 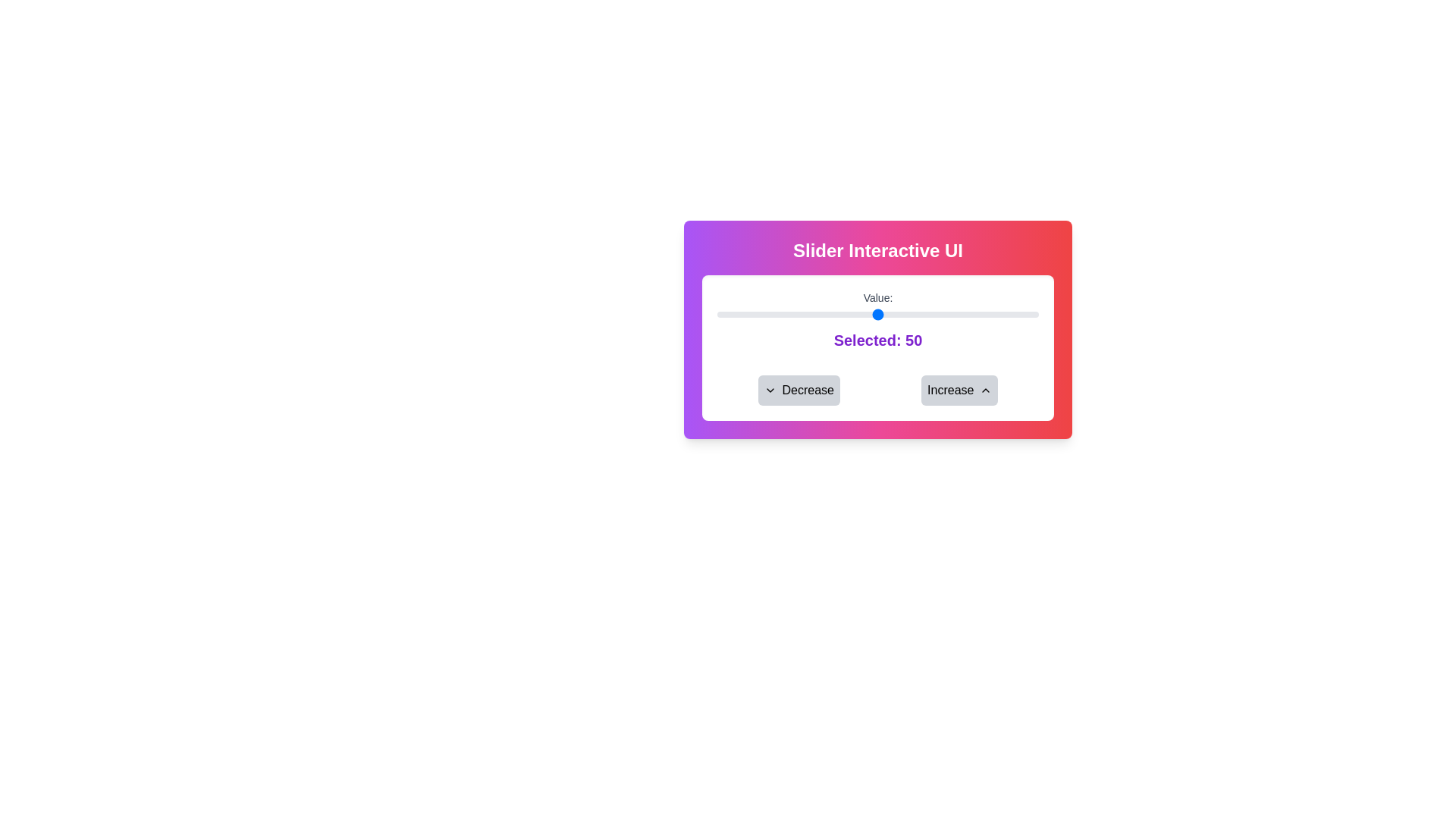 I want to click on the slider, so click(x=1013, y=314).